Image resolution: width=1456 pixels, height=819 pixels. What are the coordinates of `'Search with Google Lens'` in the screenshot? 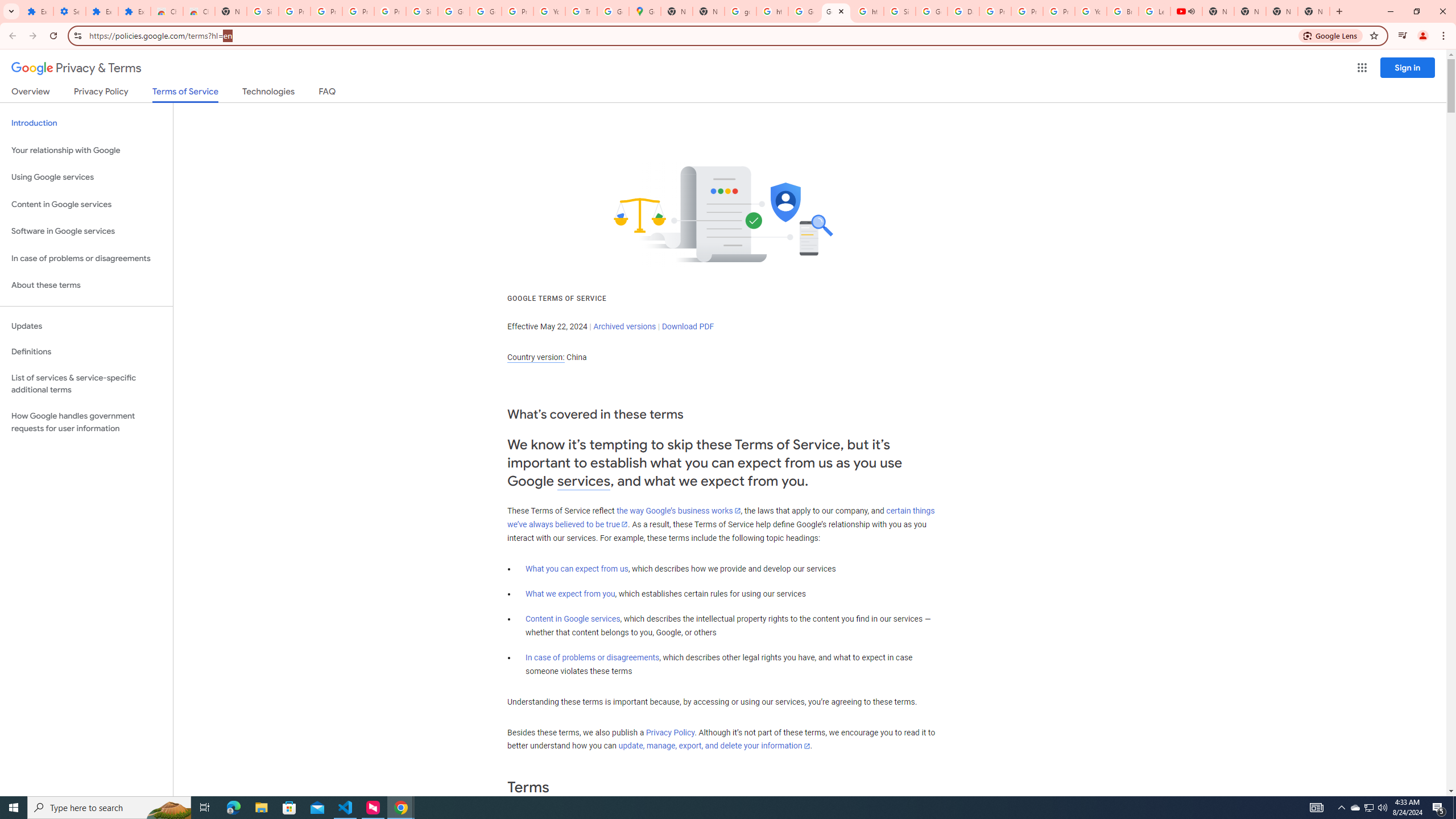 It's located at (1330, 35).